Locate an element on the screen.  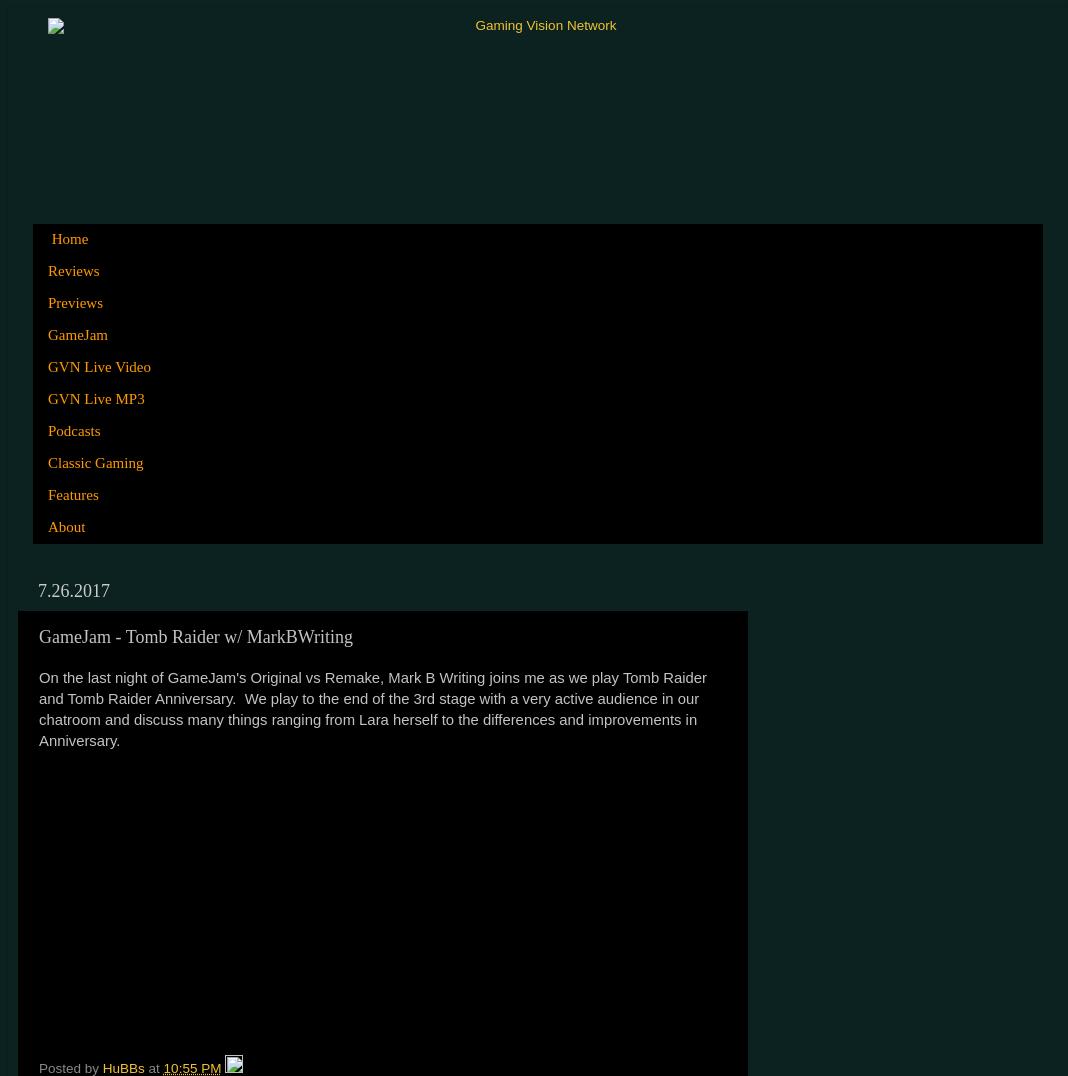
'GameJam - Tomb Raider w/ MarkBWriting' is located at coordinates (195, 635).